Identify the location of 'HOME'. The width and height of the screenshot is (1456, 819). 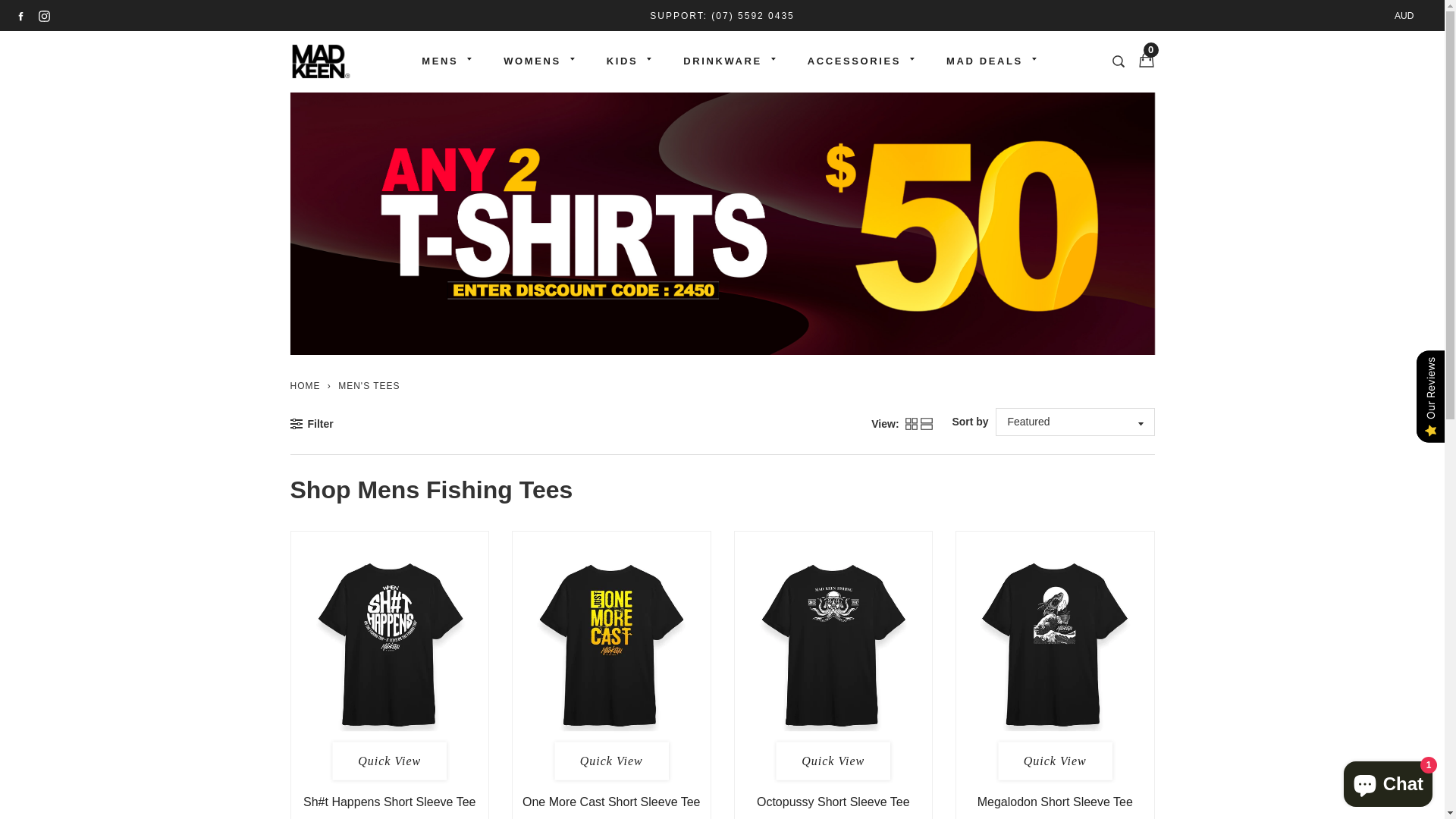
(290, 385).